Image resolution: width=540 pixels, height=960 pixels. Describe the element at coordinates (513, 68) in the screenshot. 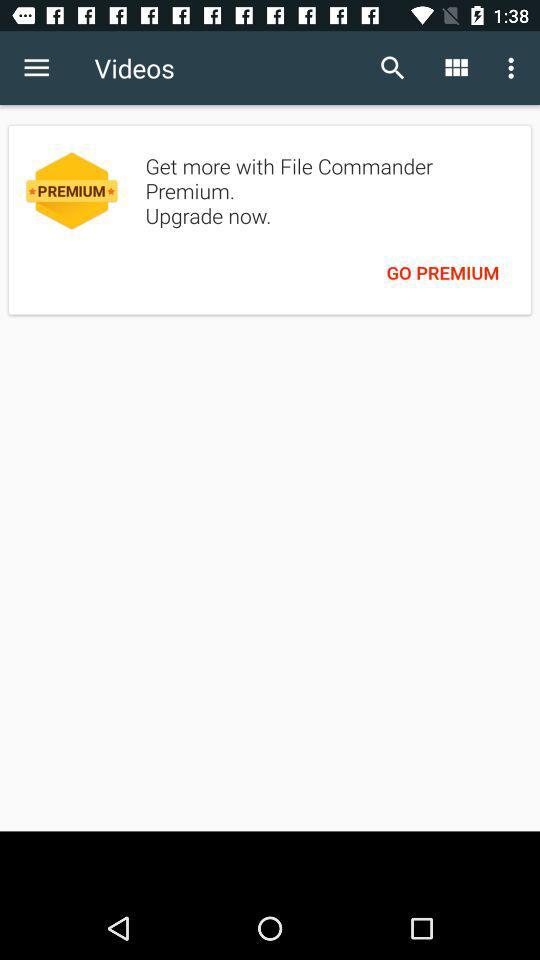

I see `the icon above get more with icon` at that location.